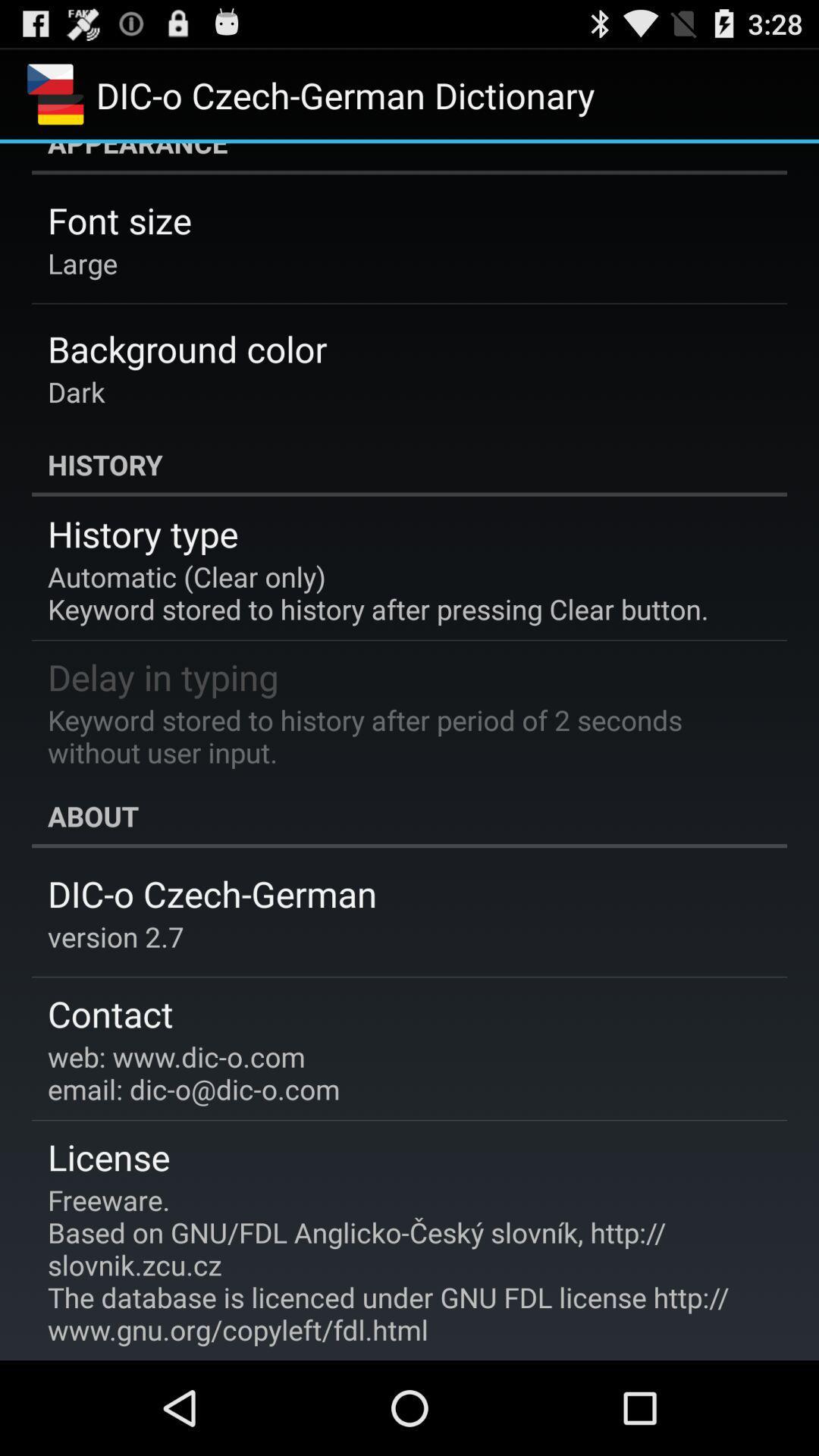 The width and height of the screenshot is (819, 1456). Describe the element at coordinates (76, 391) in the screenshot. I see `the icon below the background color icon` at that location.